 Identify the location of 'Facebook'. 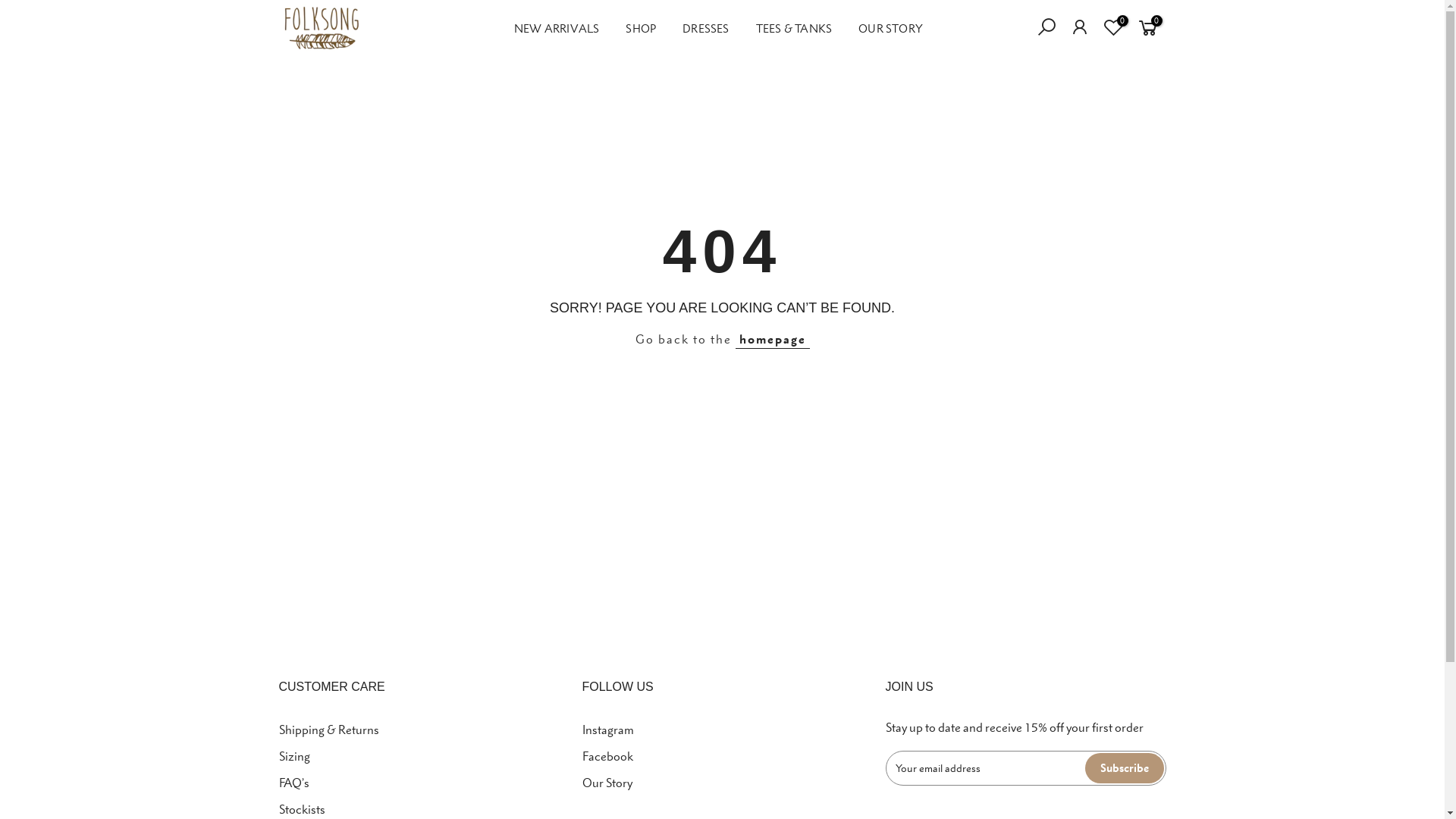
(607, 755).